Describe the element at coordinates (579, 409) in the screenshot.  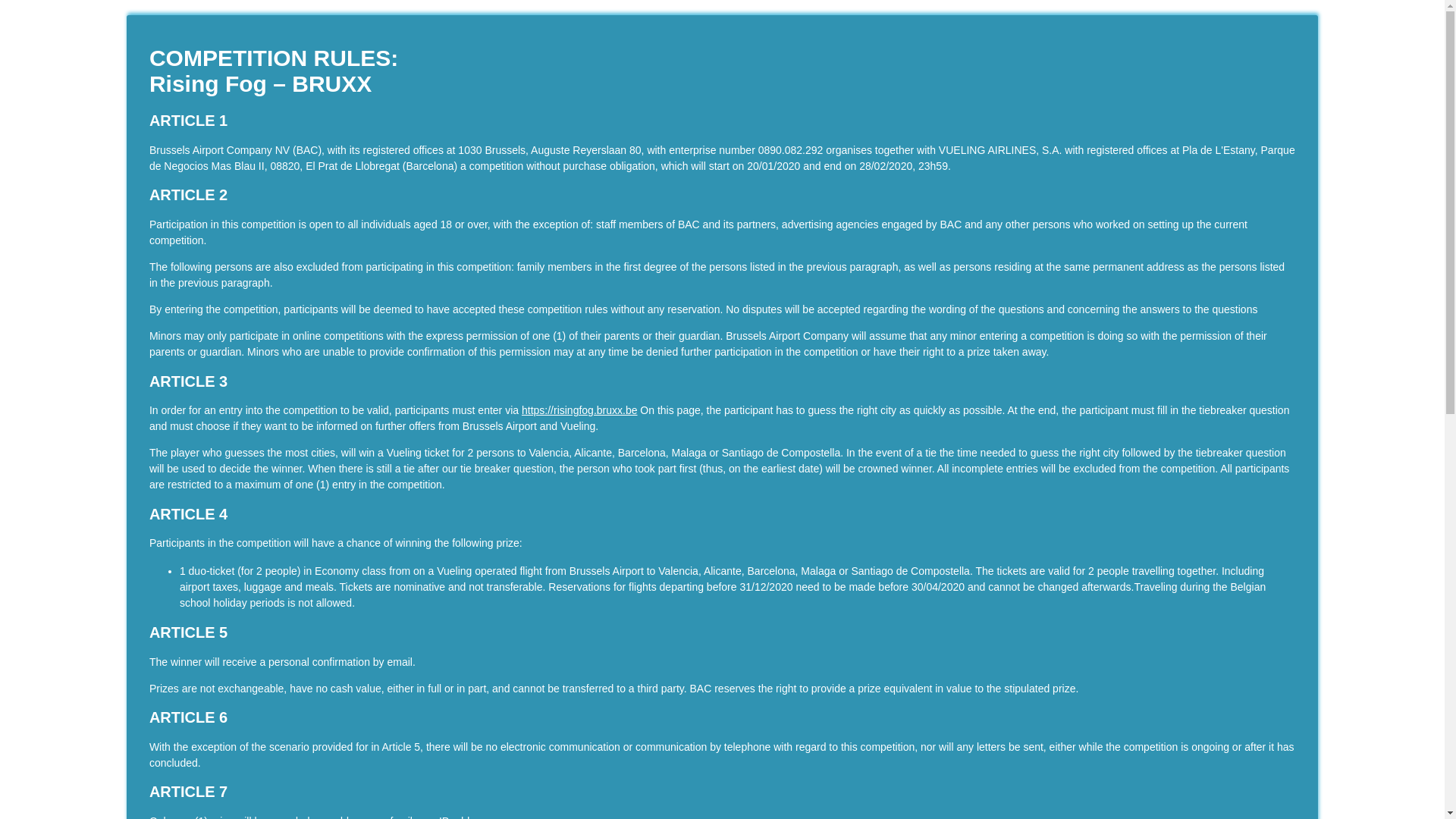
I see `'https://risingfog.bruxx.be'` at that location.